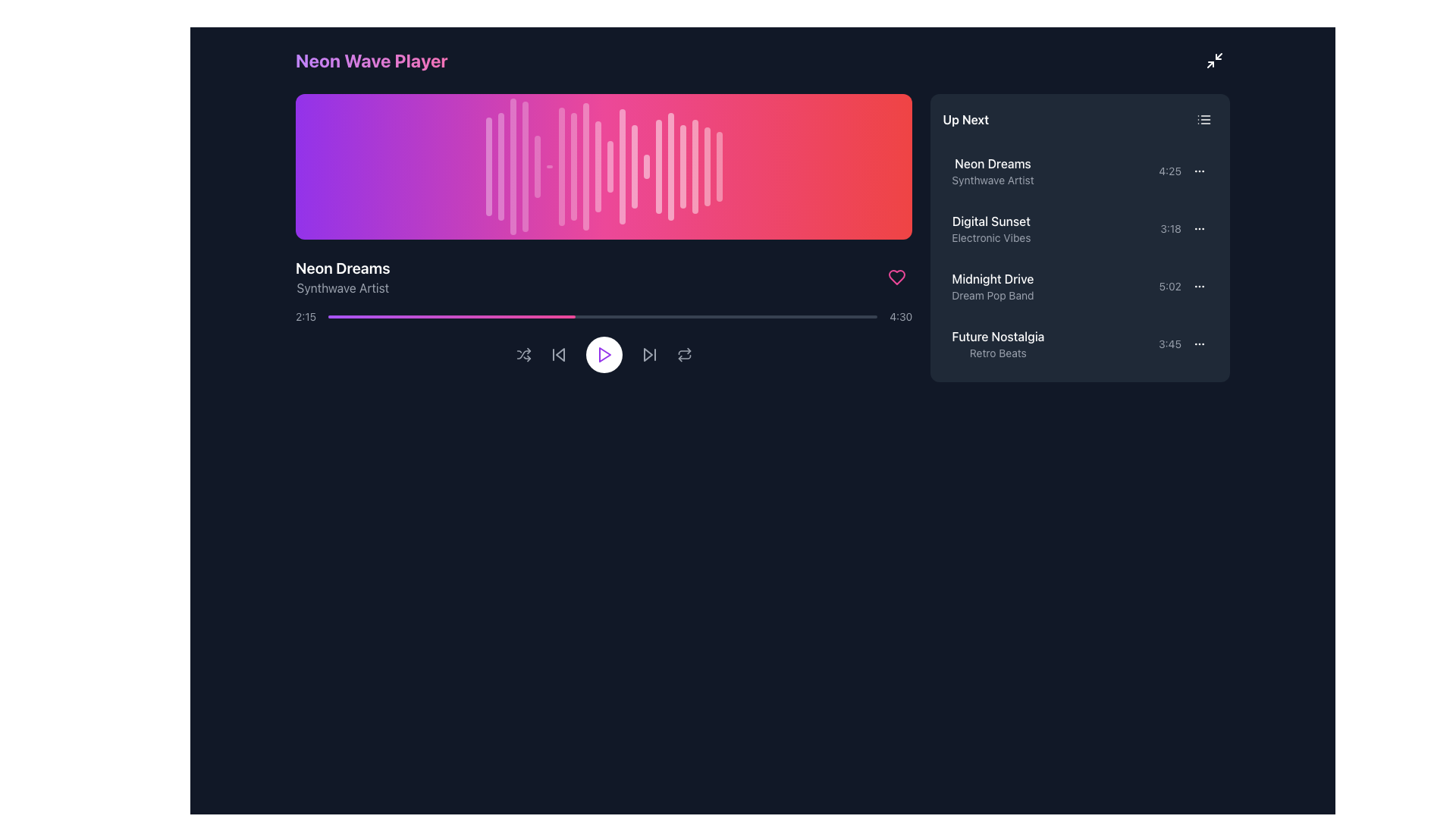 The image size is (1456, 819). I want to click on on the 'Future Nostalgia' text element in the 'Up Next' section, which consists of the title and subtitle stacked vertically, so click(998, 344).